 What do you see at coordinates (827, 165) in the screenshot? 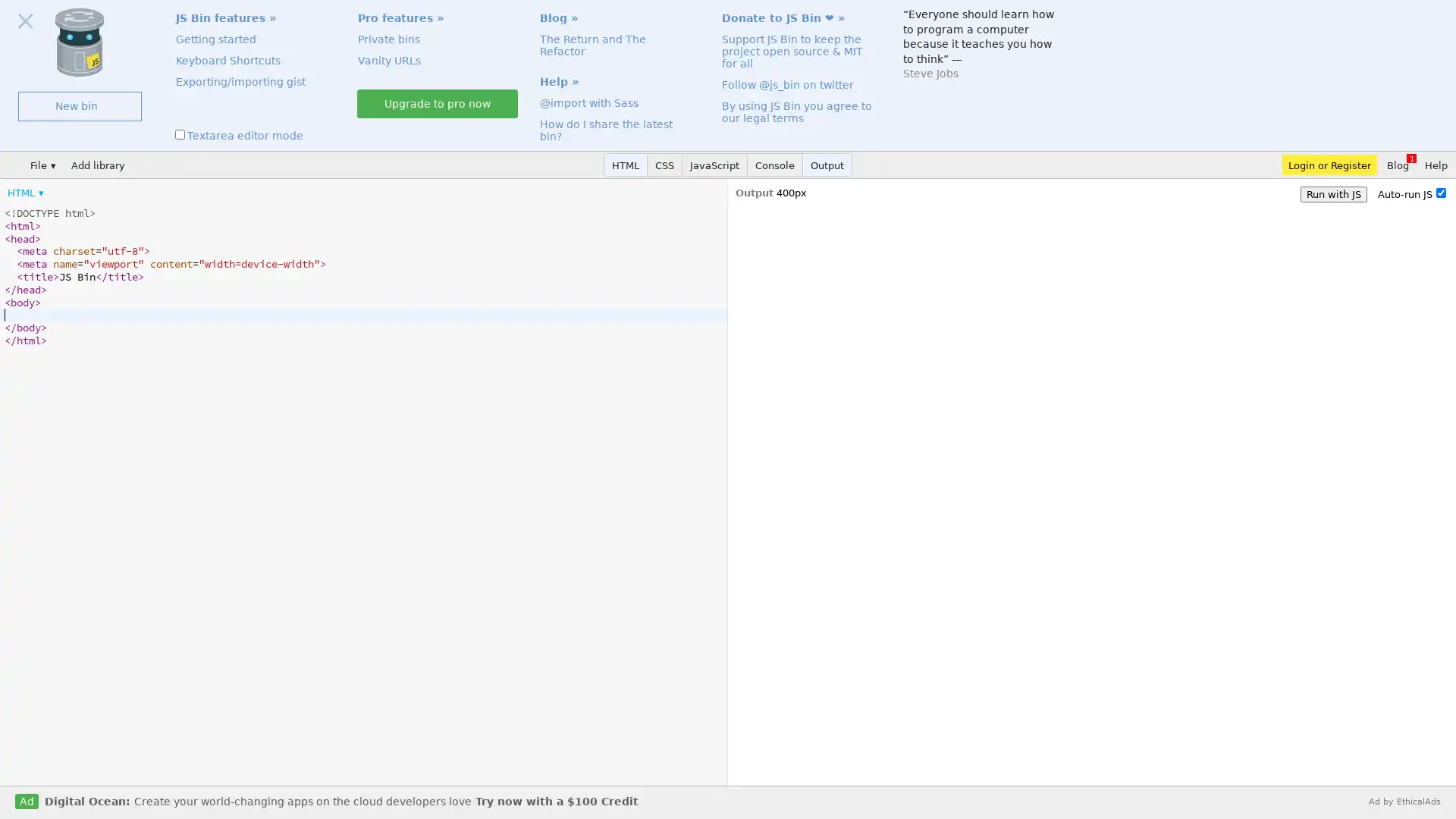
I see `Output Panel: Active` at bounding box center [827, 165].